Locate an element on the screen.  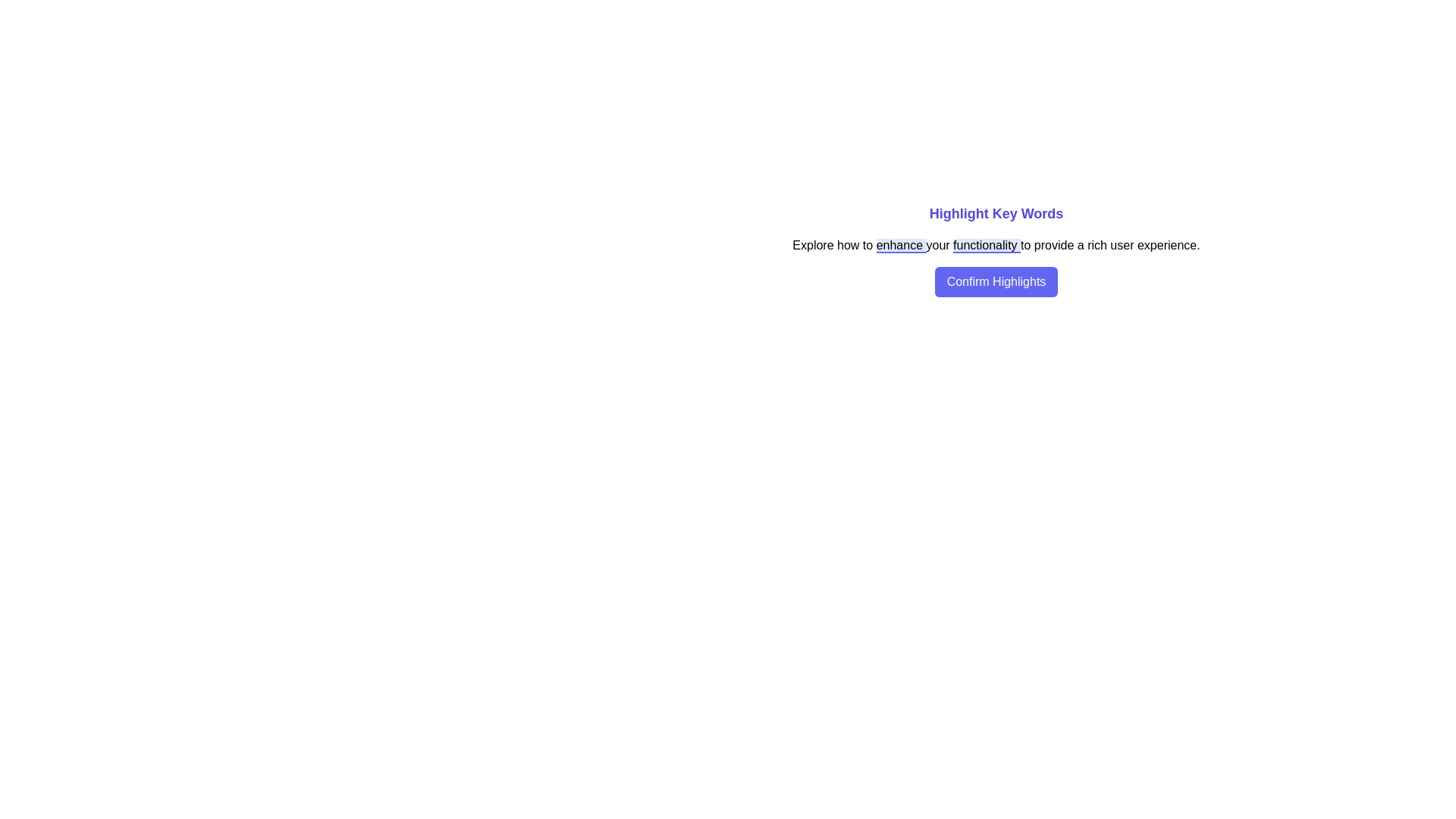
the Text Label that serves as a title or heading, positioned above descriptive text and a button labeled 'Confirm Highlights' is located at coordinates (996, 213).